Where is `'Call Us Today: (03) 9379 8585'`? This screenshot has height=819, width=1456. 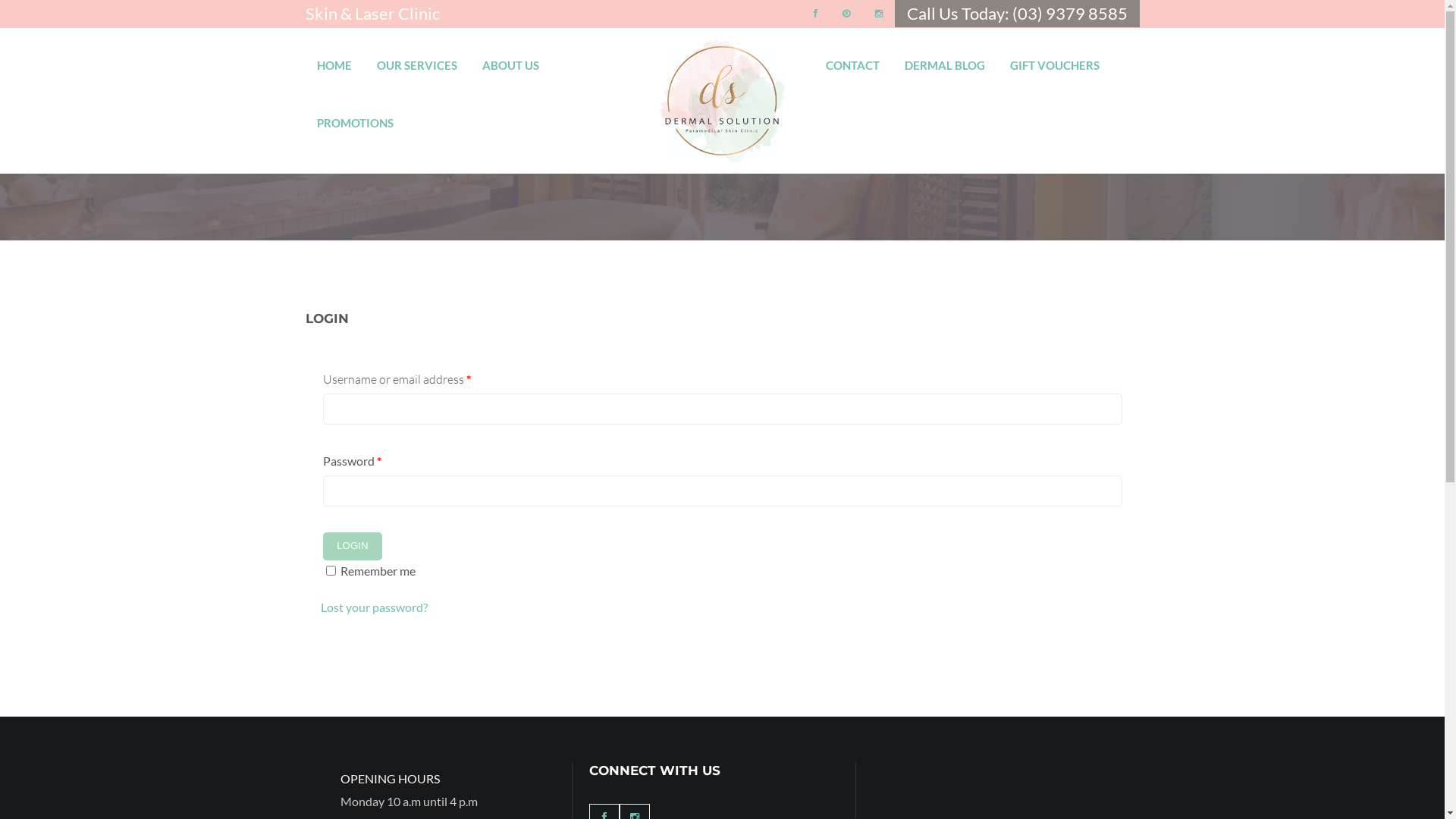
'Call Us Today: (03) 9379 8585' is located at coordinates (1017, 13).